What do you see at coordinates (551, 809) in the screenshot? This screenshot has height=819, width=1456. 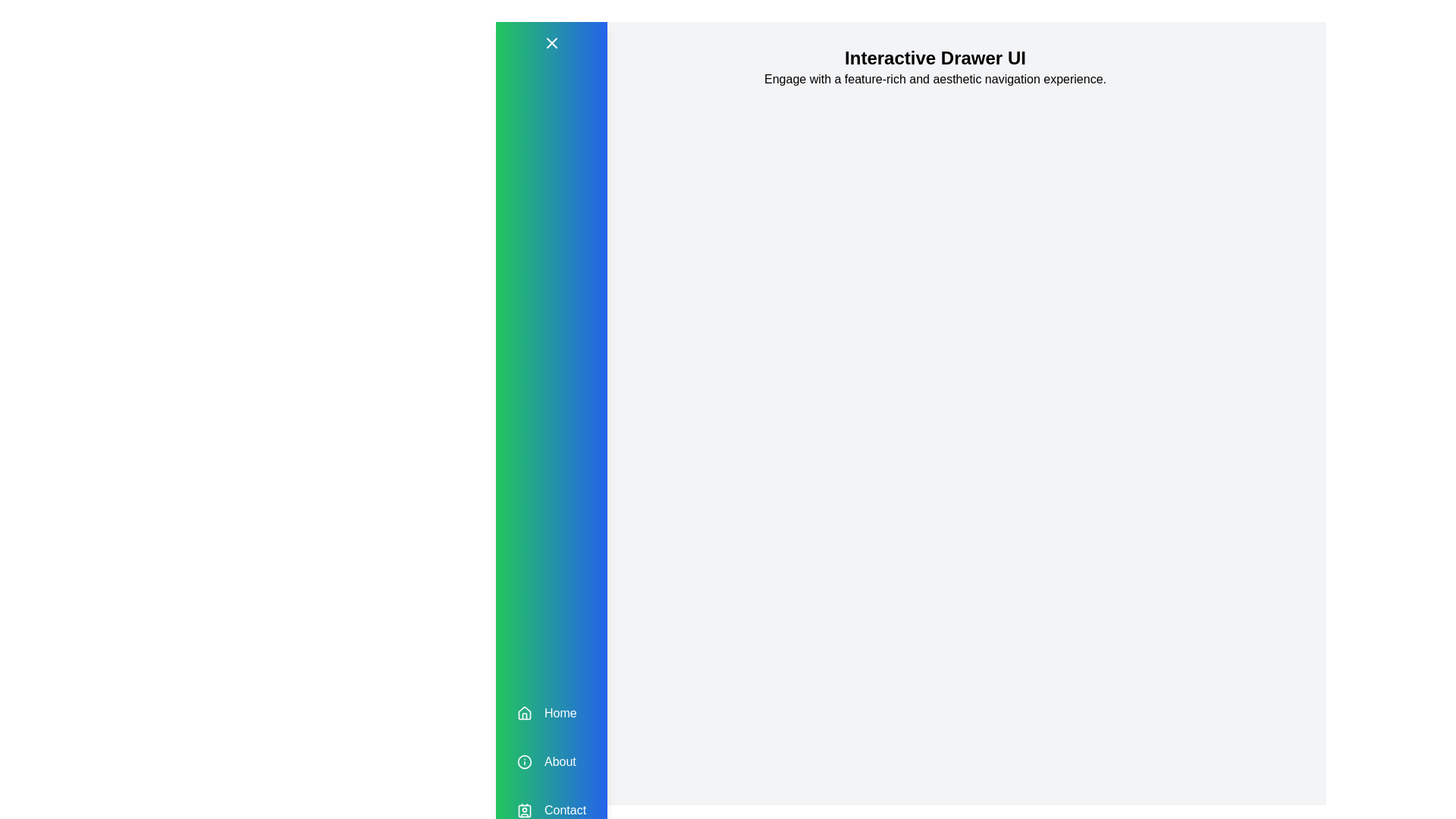 I see `the 'Contact' menu item in the drawer` at bounding box center [551, 809].